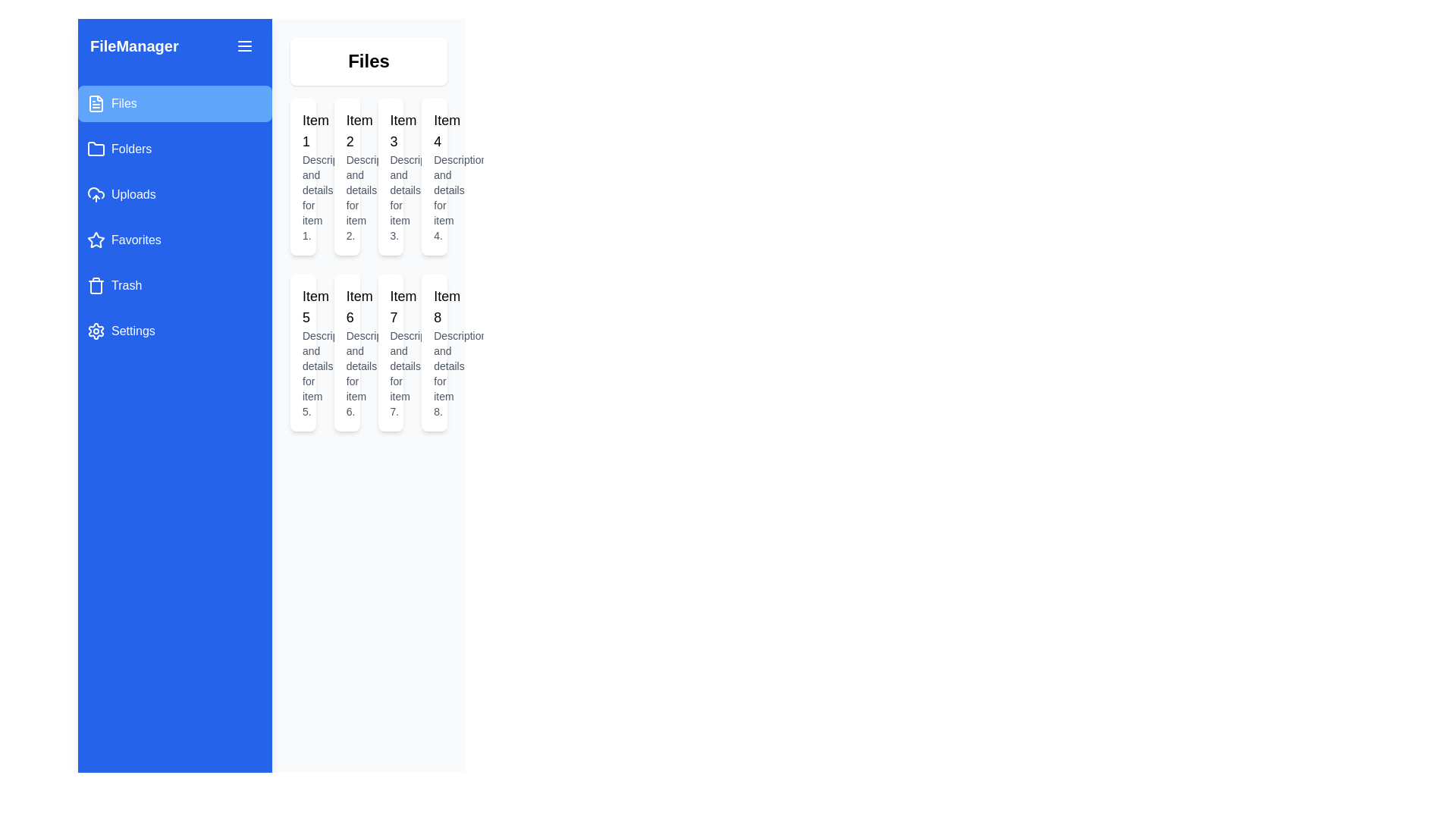  Describe the element at coordinates (346, 175) in the screenshot. I see `the Information card displaying details about 'Item 2', located in the top row, second column of the grid layout` at that location.